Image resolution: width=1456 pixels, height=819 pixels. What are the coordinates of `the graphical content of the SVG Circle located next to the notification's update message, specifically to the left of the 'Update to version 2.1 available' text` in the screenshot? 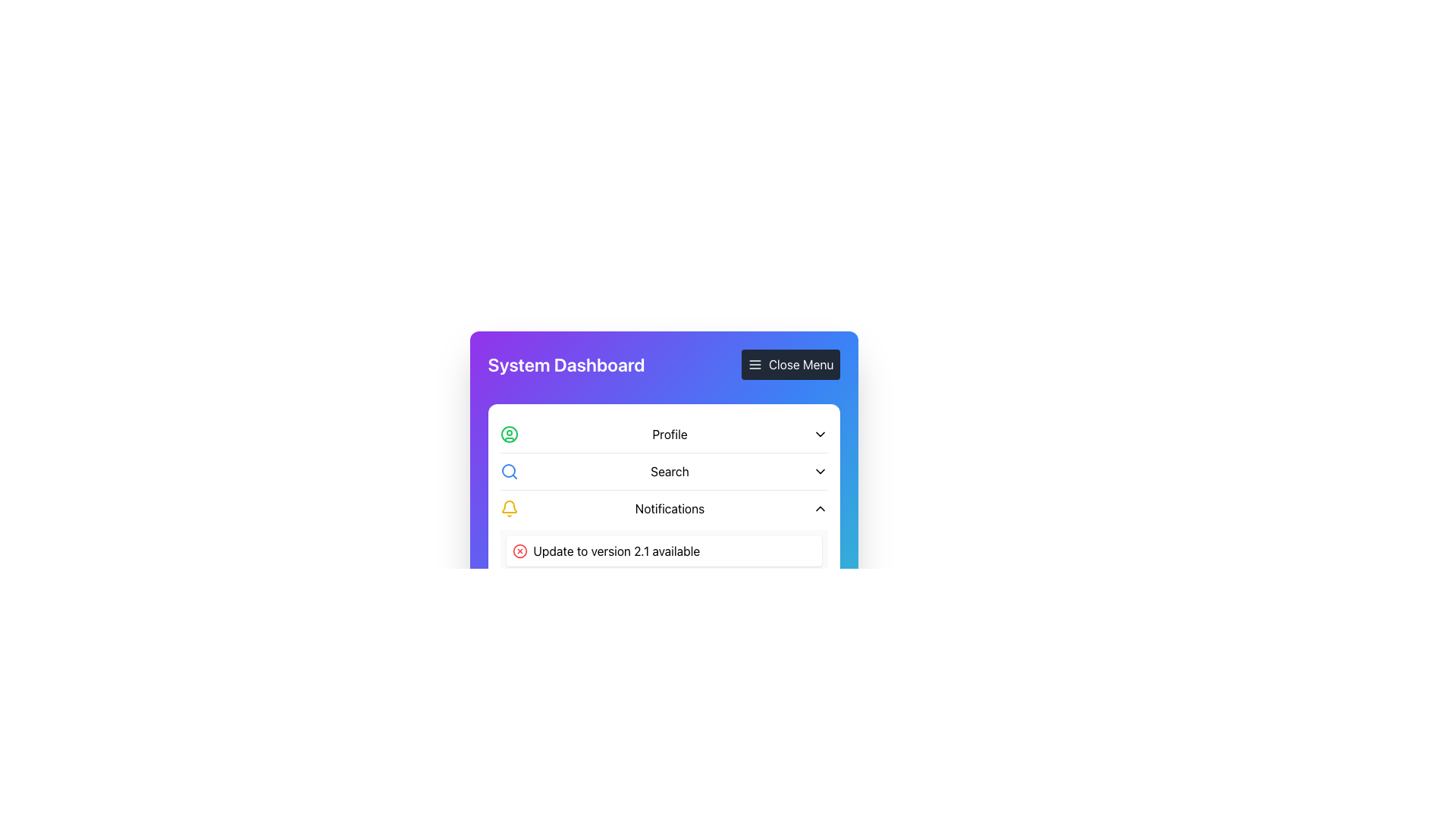 It's located at (519, 551).